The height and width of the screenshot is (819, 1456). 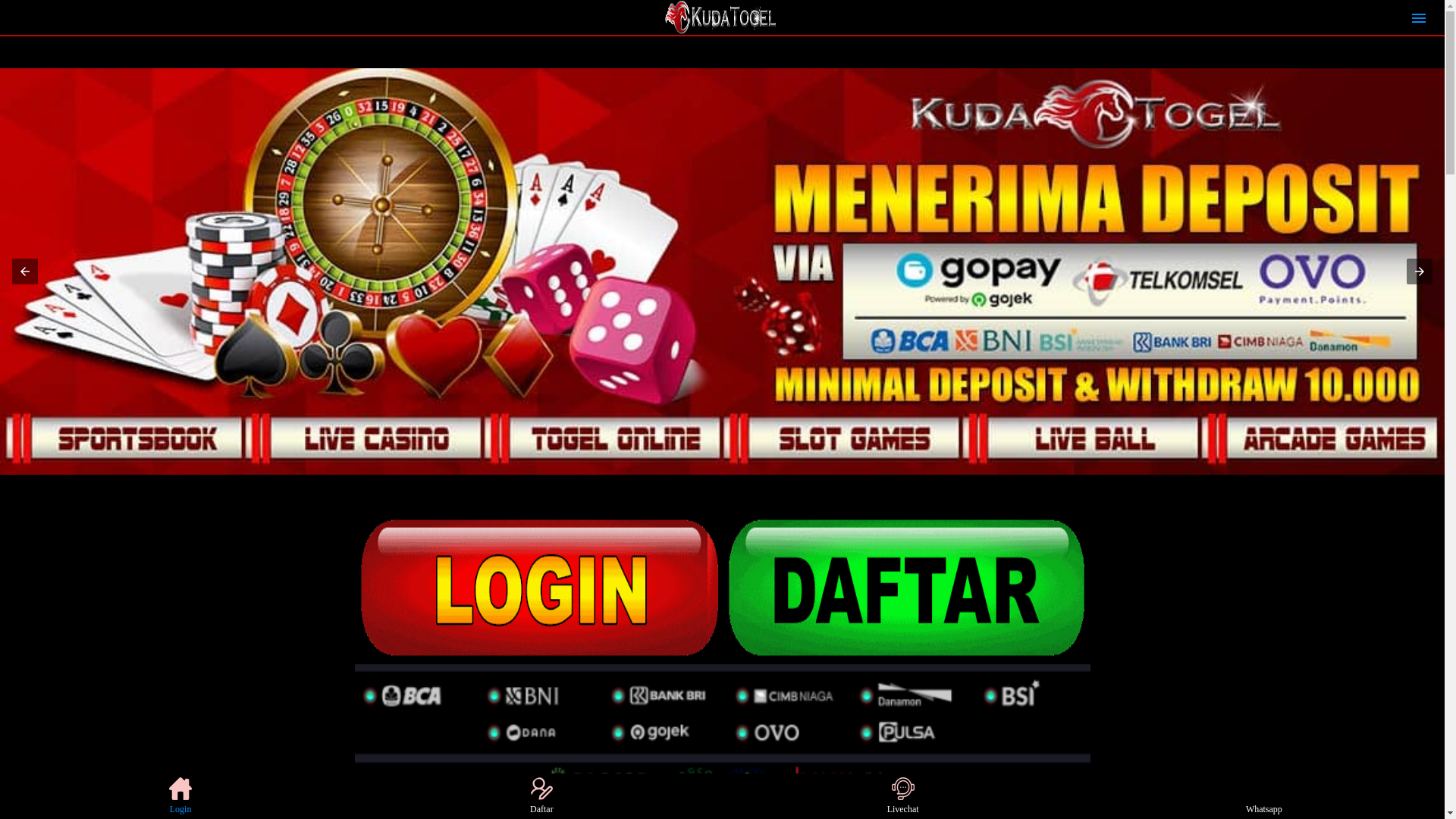 What do you see at coordinates (902, 795) in the screenshot?
I see `'Livechat'` at bounding box center [902, 795].